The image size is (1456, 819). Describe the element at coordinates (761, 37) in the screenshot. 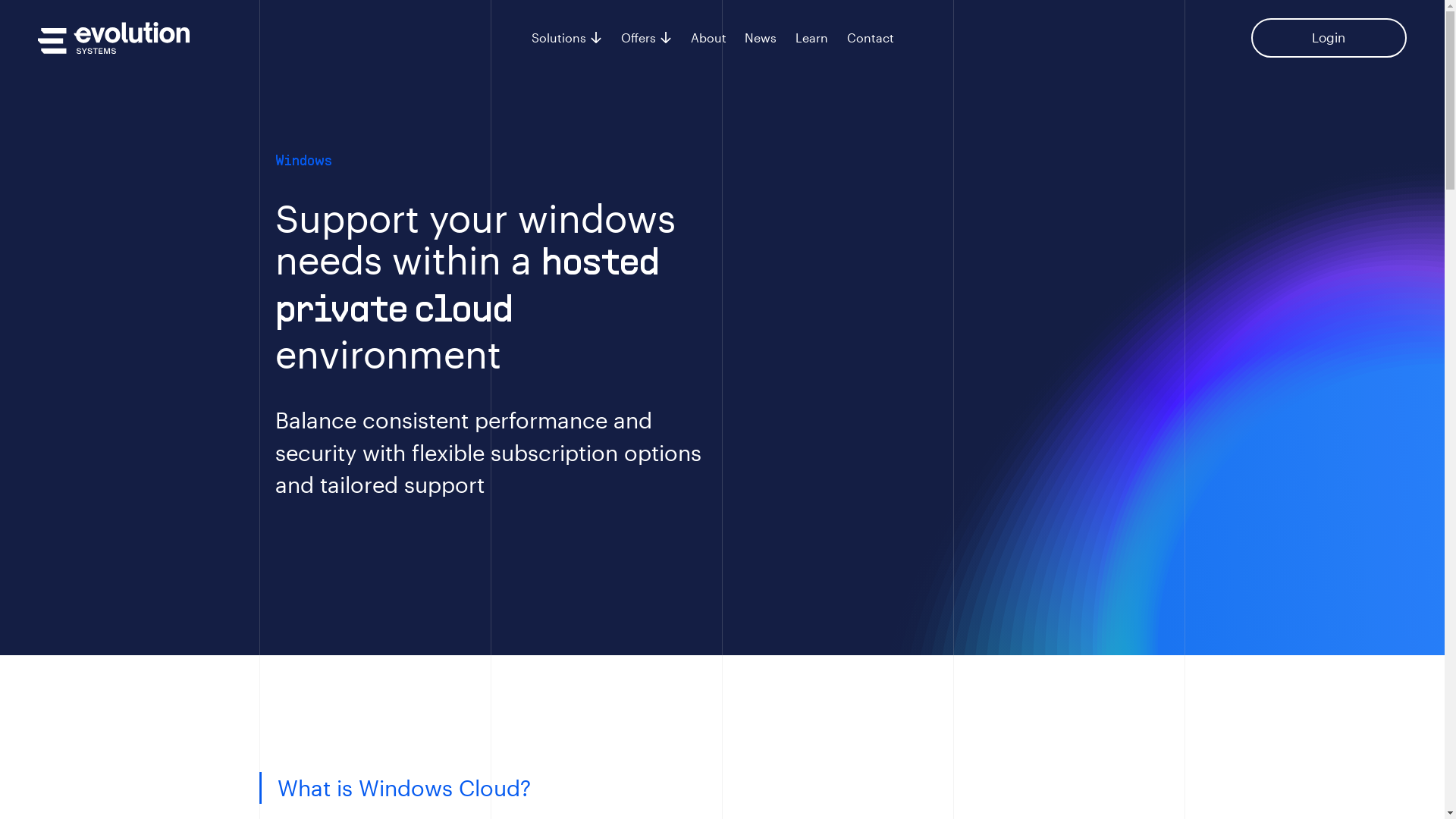

I see `'News'` at that location.